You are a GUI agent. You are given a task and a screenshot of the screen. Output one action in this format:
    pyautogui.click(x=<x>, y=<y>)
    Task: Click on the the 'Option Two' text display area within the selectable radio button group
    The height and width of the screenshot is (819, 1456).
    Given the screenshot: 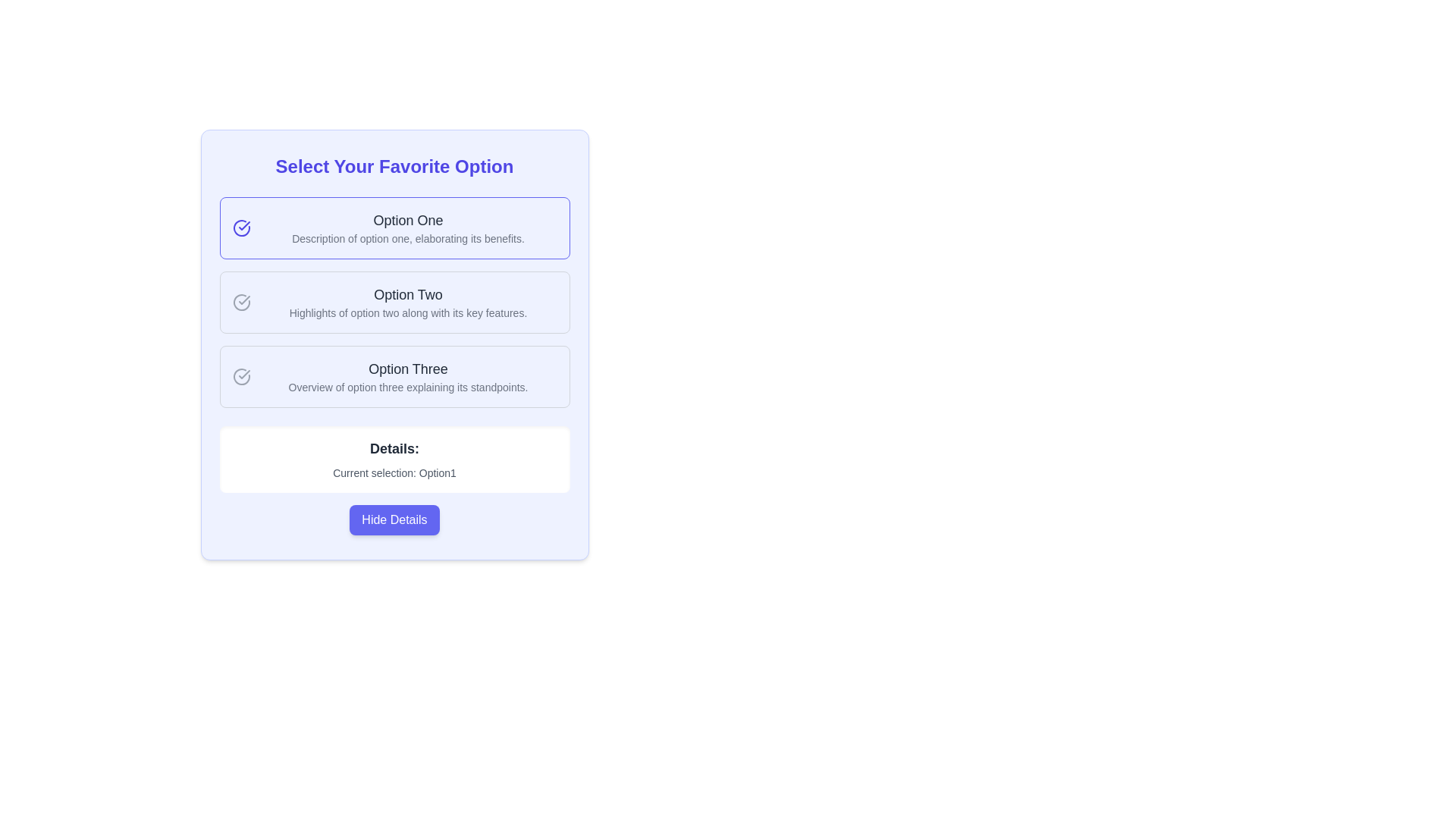 What is the action you would take?
    pyautogui.click(x=408, y=302)
    